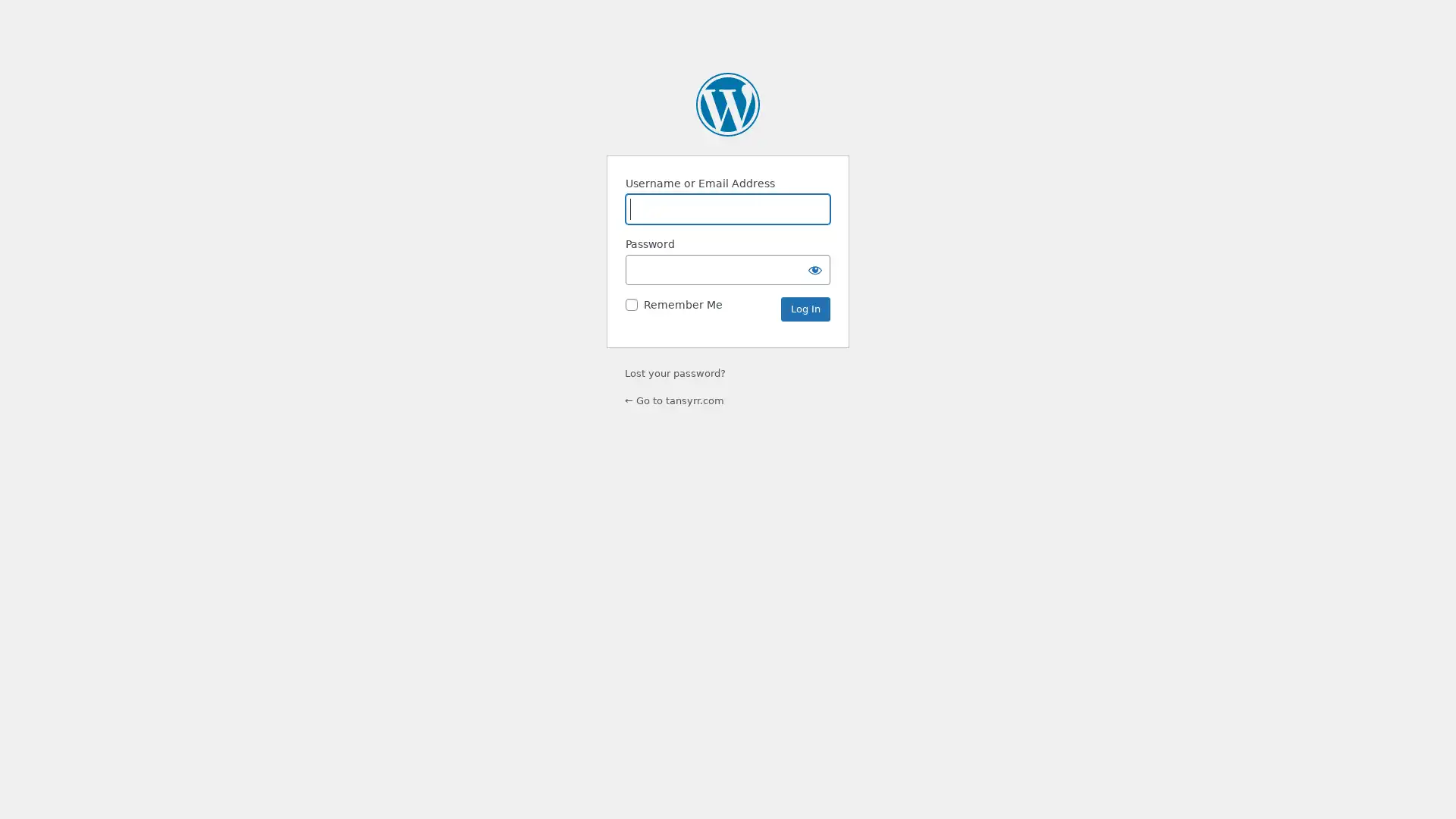  I want to click on Log In, so click(805, 309).